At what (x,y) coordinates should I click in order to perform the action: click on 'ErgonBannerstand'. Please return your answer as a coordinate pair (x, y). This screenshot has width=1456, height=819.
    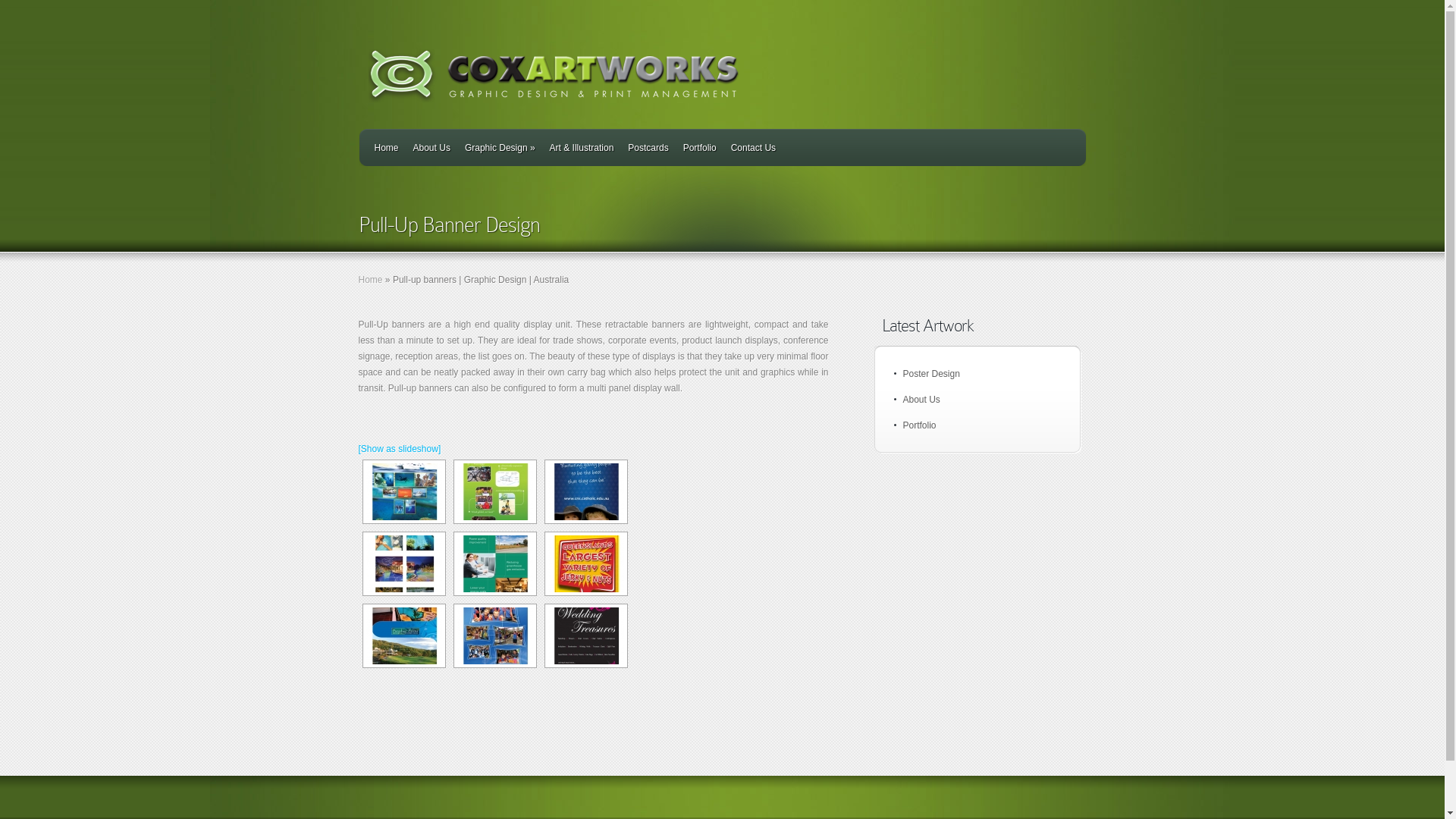
    Looking at the image, I should click on (494, 563).